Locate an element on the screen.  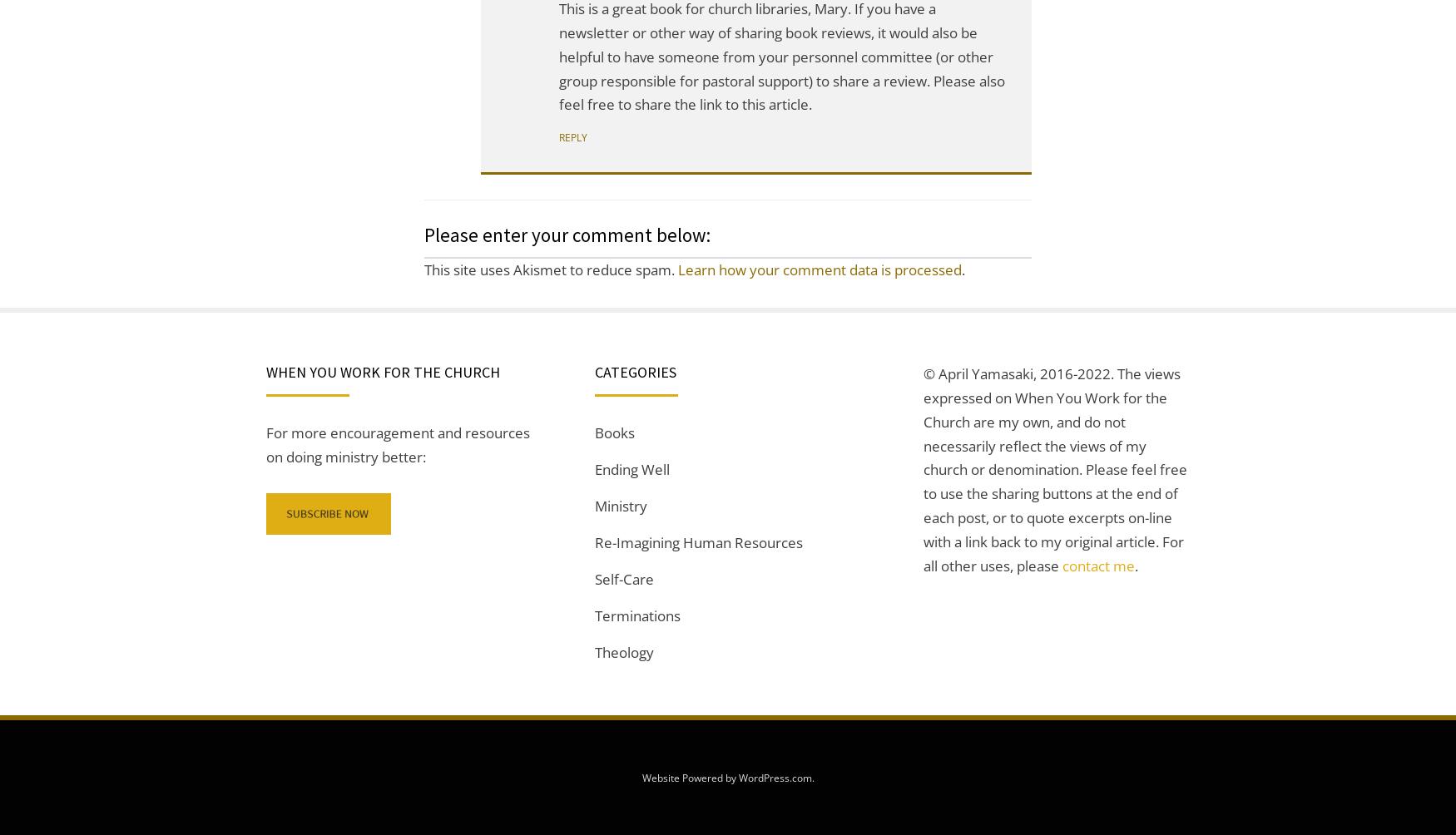
'Website Powered by WordPress.com' is located at coordinates (726, 776).